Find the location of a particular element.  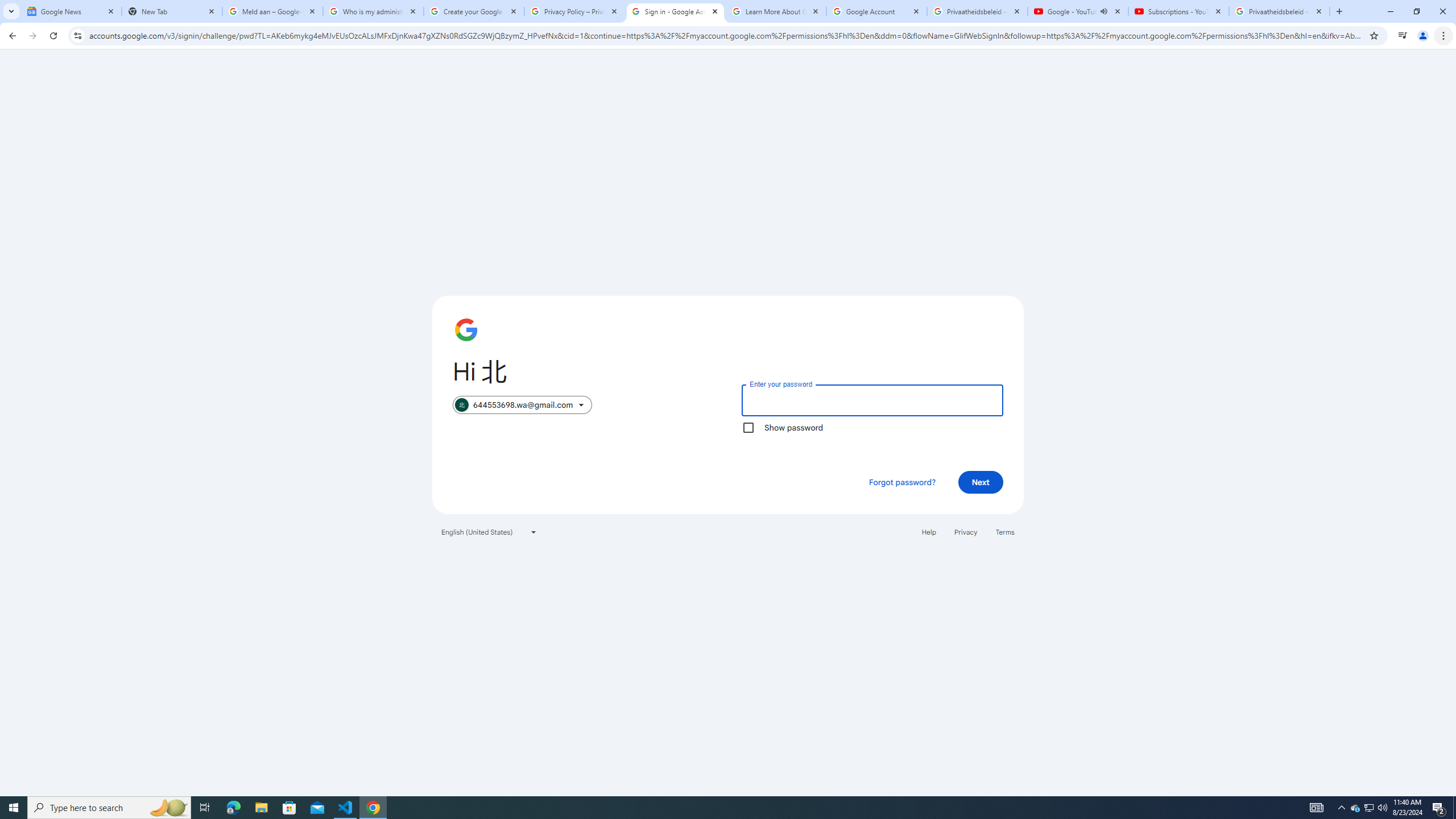

'Who is my administrator? - Google Account Help' is located at coordinates (373, 11).